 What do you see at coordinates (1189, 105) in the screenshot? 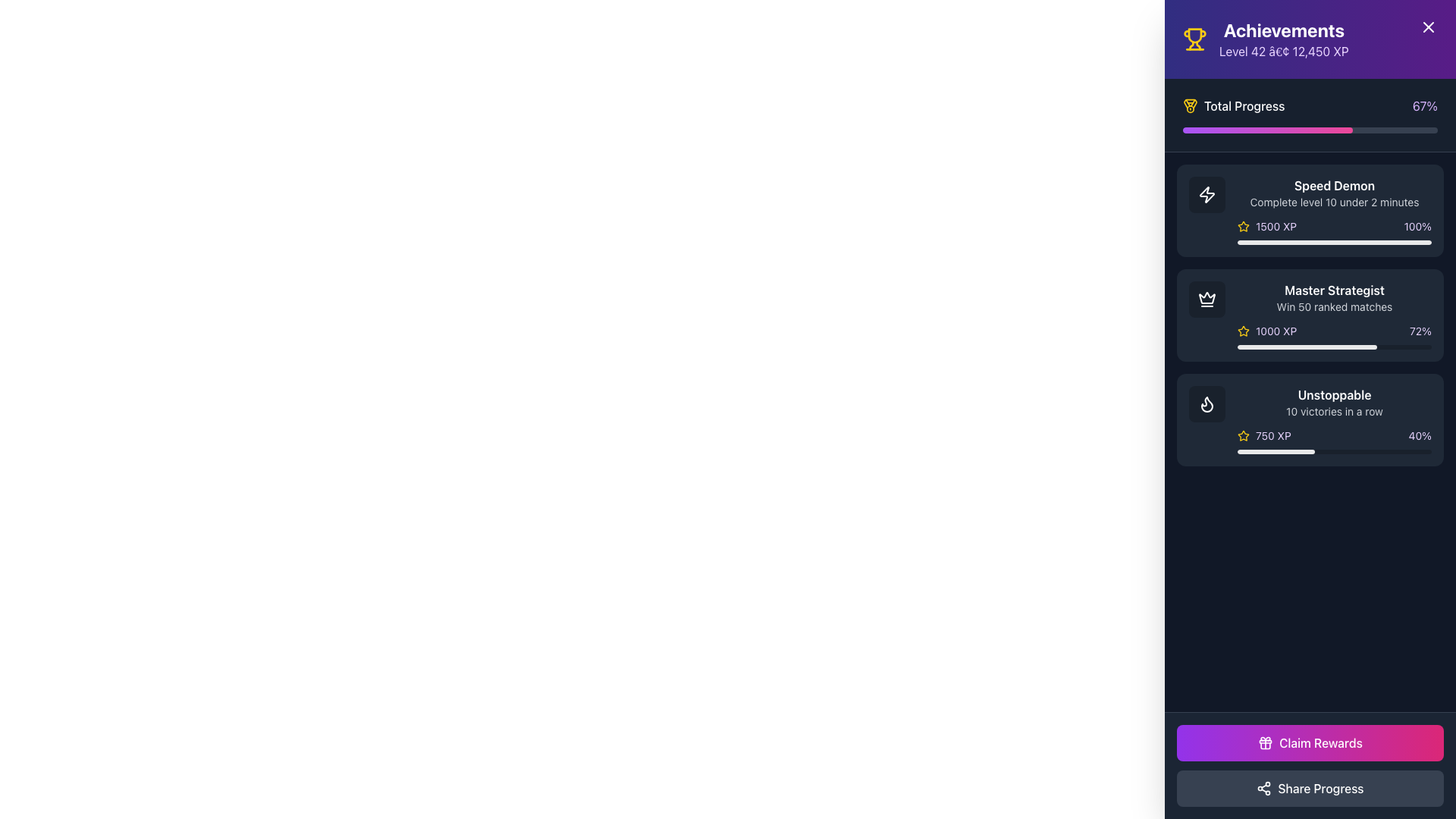
I see `the yellow medal icon located to the left of the 'Total Progress' text in the 'Achievements' panel` at bounding box center [1189, 105].